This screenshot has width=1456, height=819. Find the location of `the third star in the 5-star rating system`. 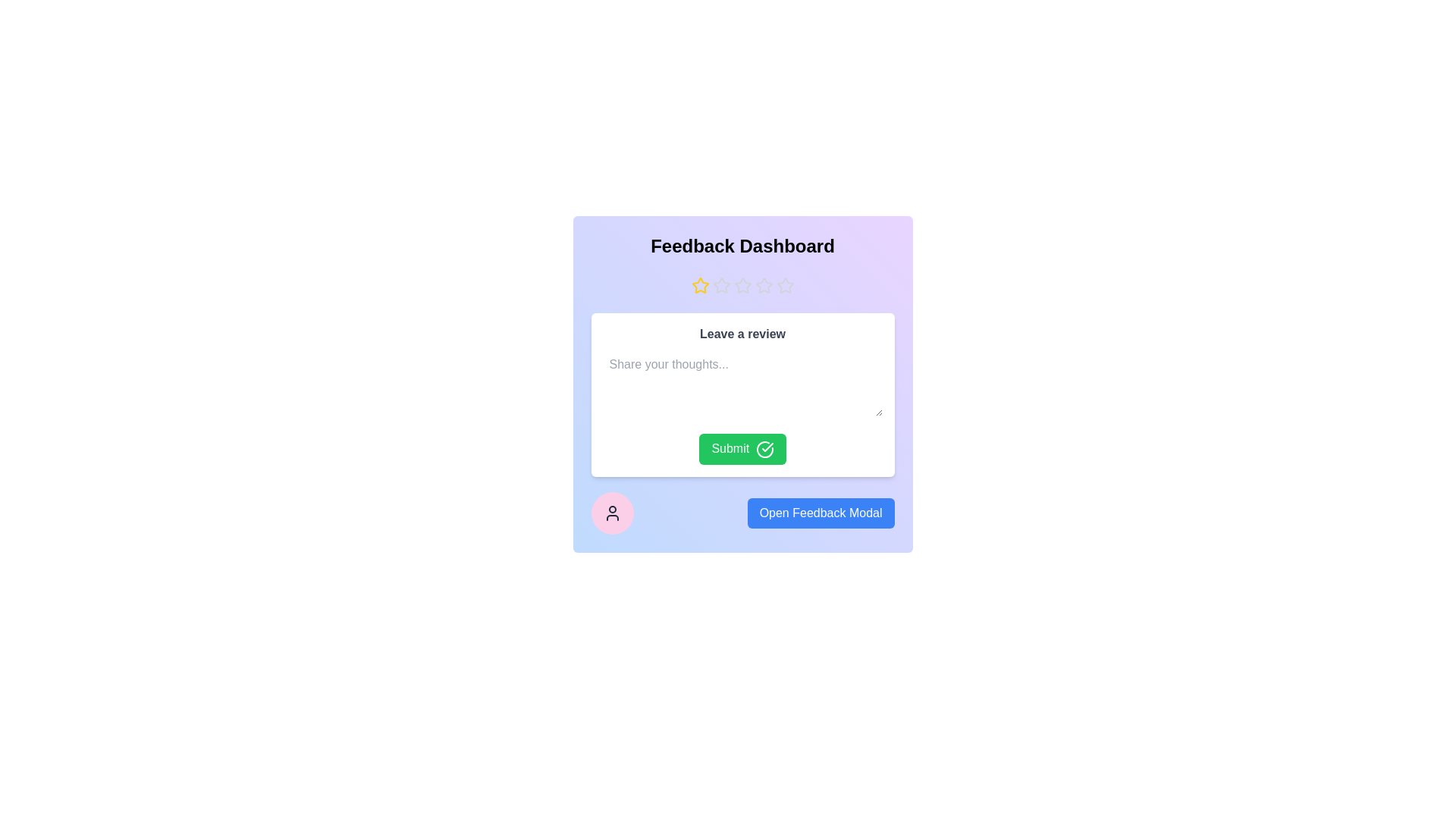

the third star in the 5-star rating system is located at coordinates (764, 285).